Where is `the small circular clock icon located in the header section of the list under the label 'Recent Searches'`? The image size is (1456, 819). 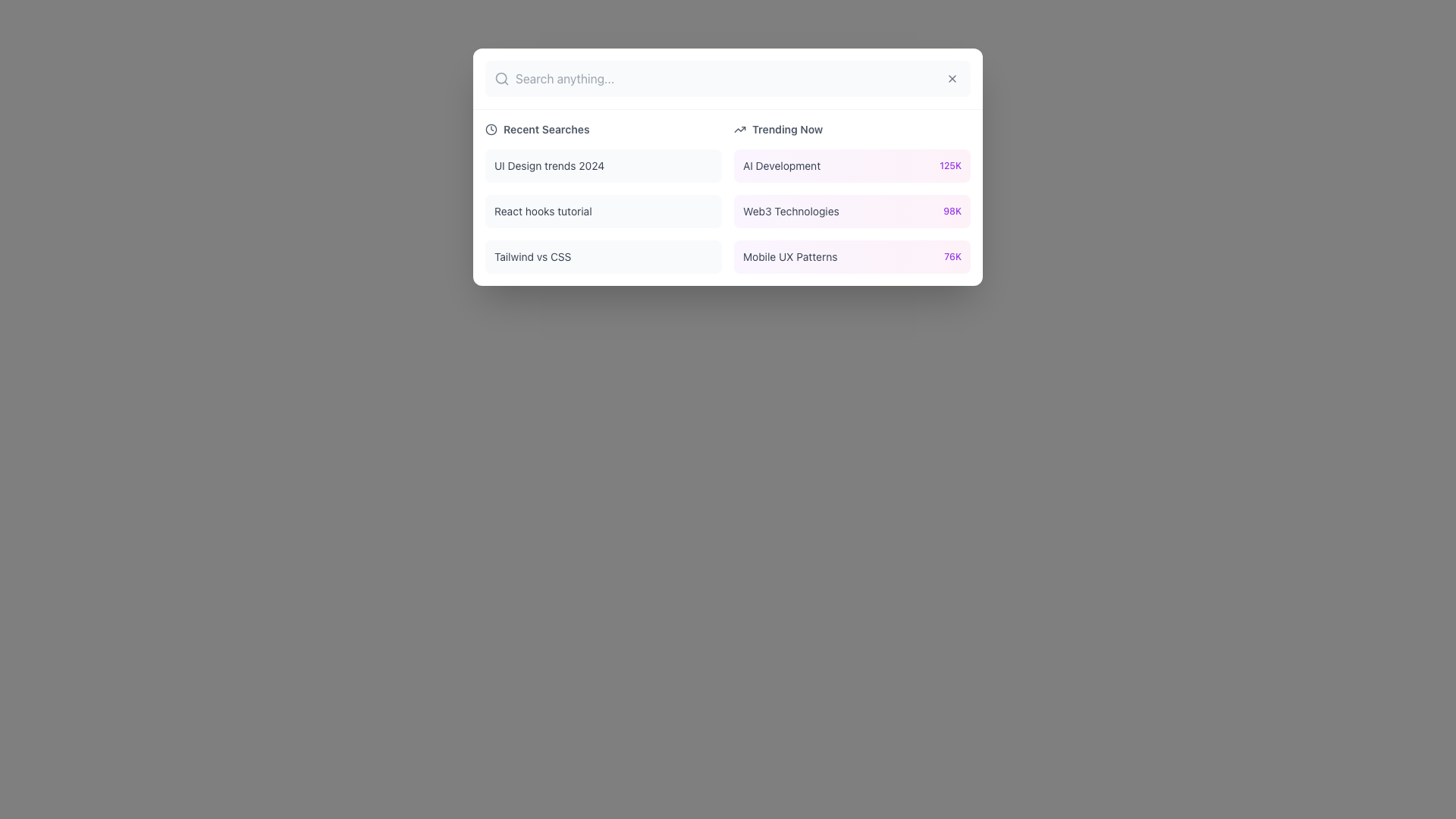 the small circular clock icon located in the header section of the list under the label 'Recent Searches' is located at coordinates (491, 128).